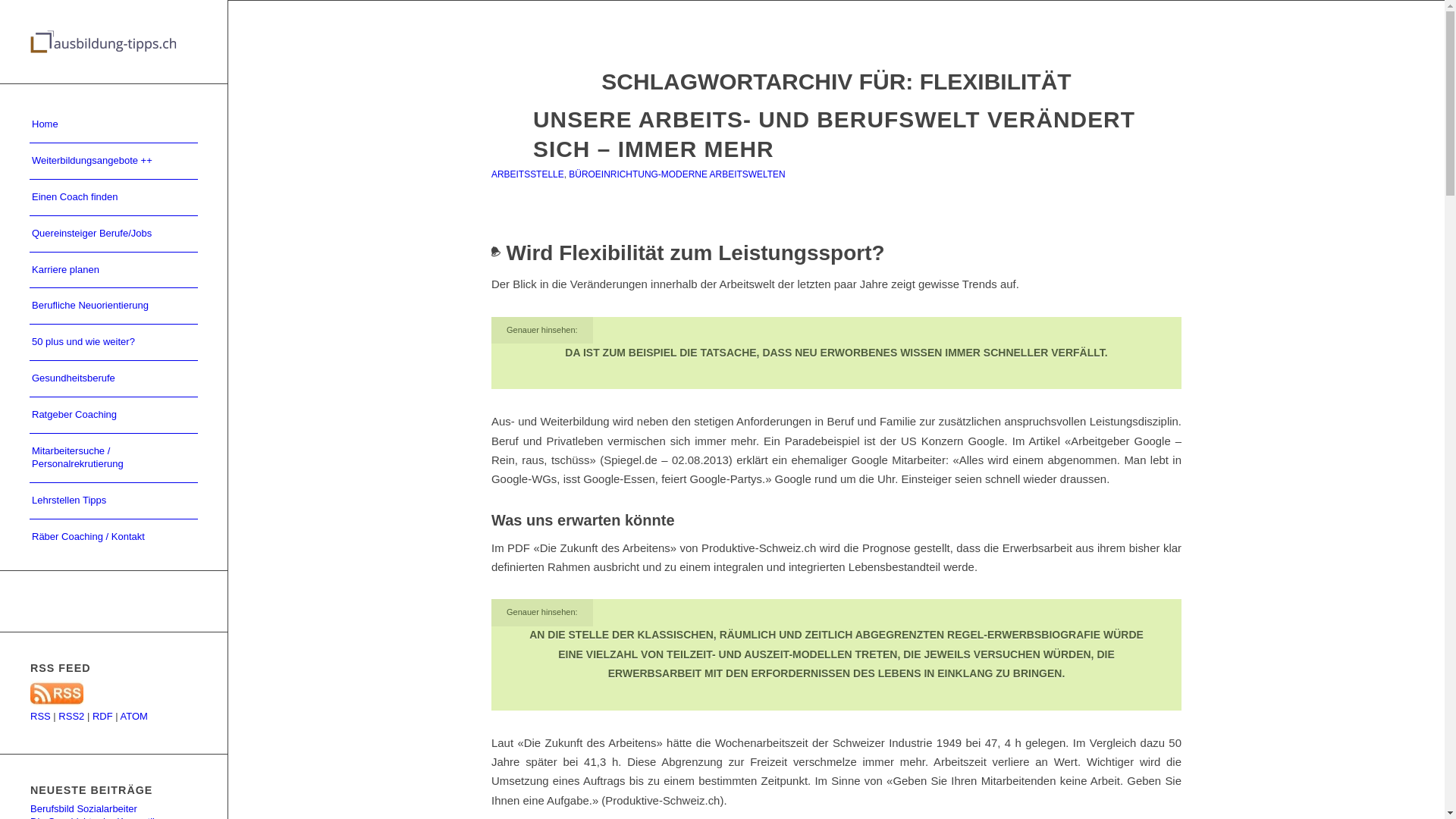 The height and width of the screenshot is (819, 1456). What do you see at coordinates (112, 415) in the screenshot?
I see `'Ratgeber Coaching'` at bounding box center [112, 415].